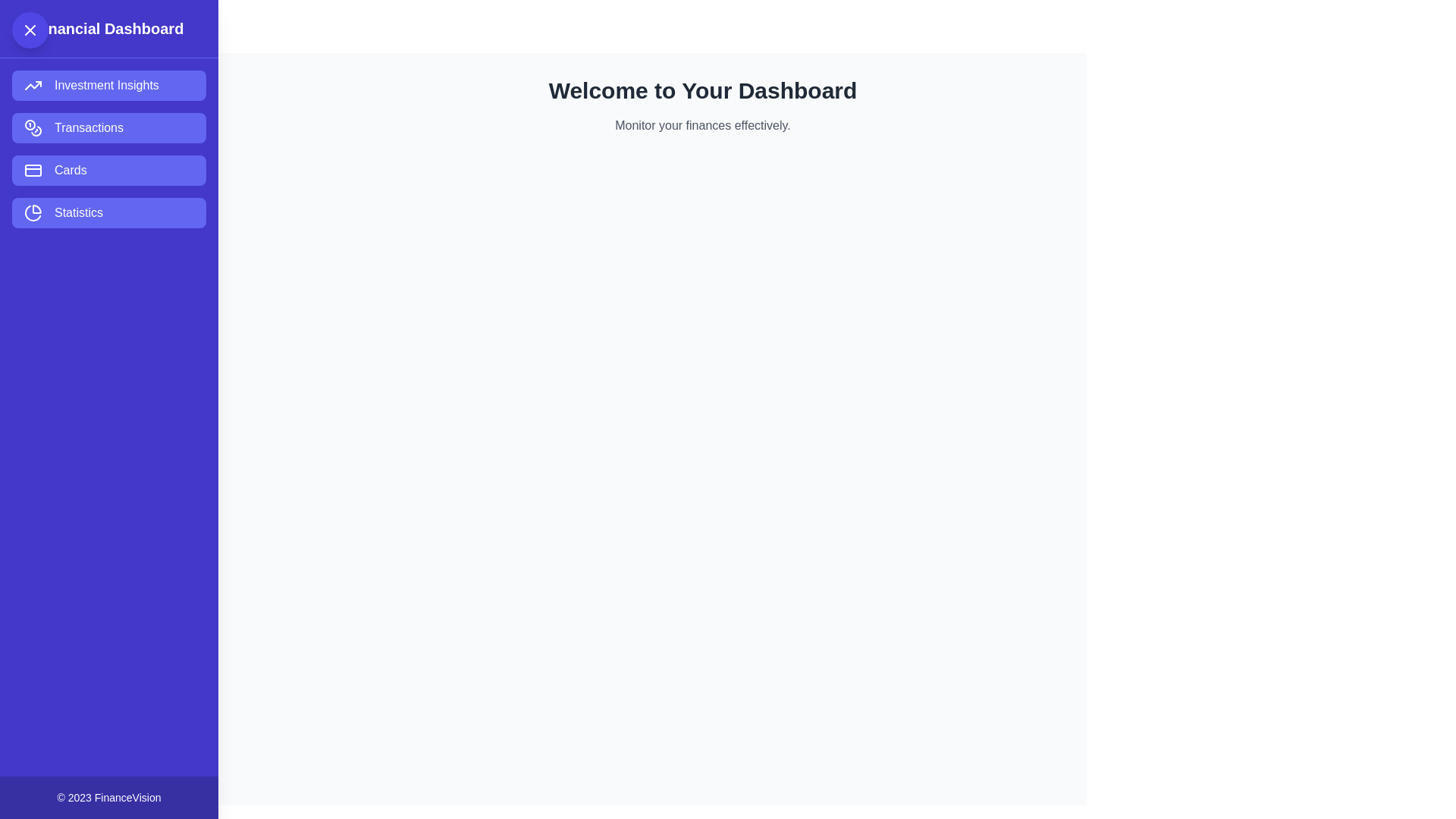  I want to click on the text label displaying '© 2023 FinanceVision' located in the footer section of the interface, which is styled in white color on a dark indigo background, so click(108, 797).